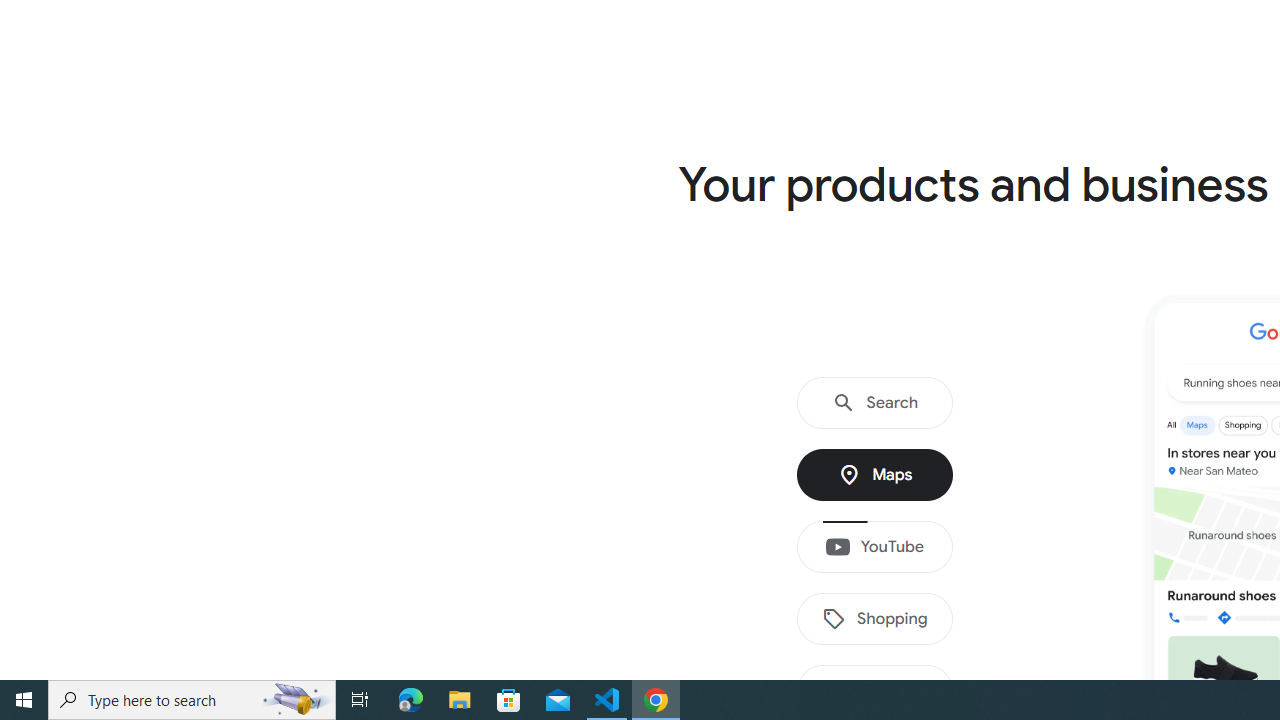 The image size is (1280, 720). What do you see at coordinates (875, 547) in the screenshot?
I see `'YouTube'` at bounding box center [875, 547].